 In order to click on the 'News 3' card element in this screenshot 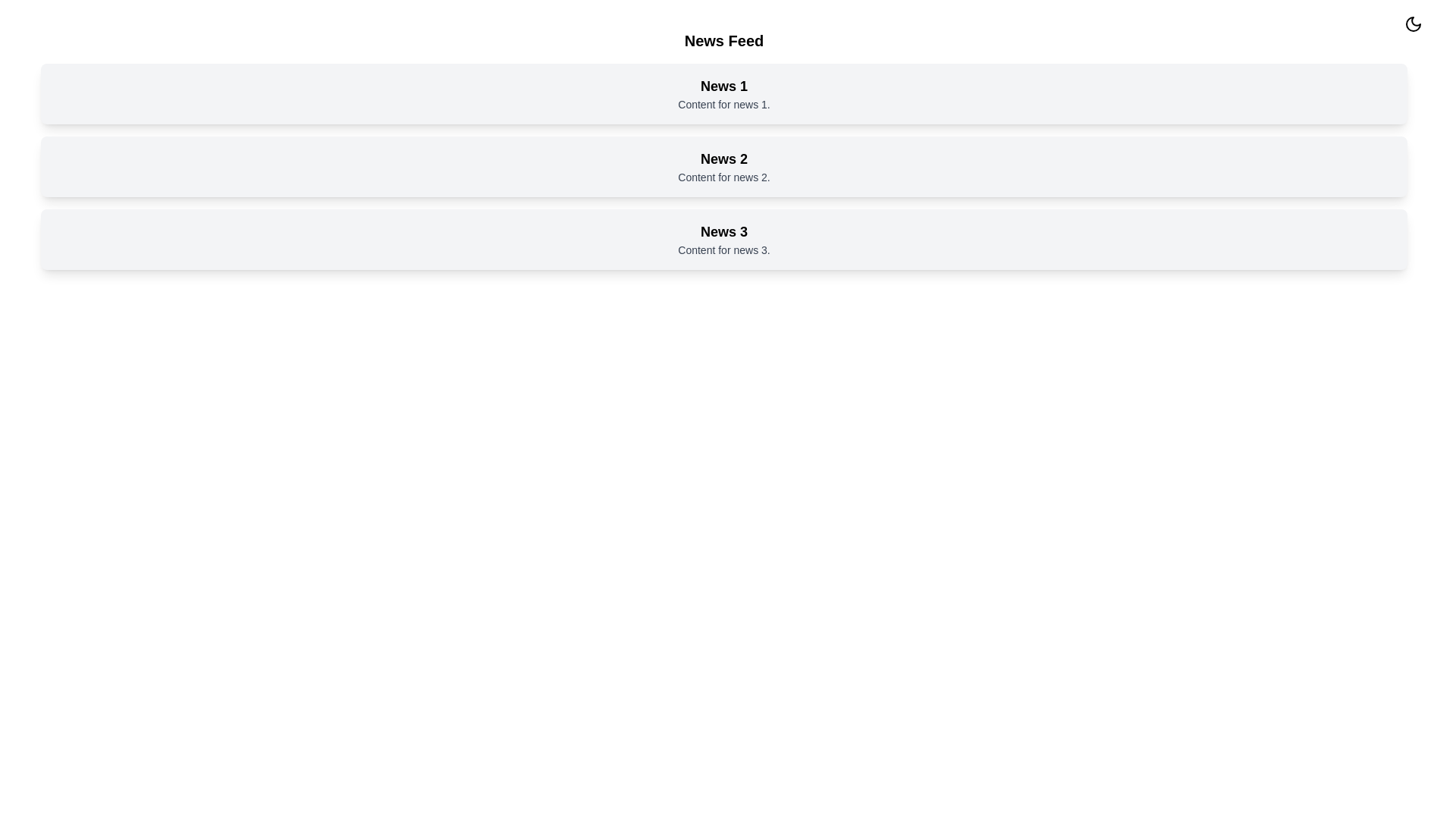, I will do `click(723, 239)`.